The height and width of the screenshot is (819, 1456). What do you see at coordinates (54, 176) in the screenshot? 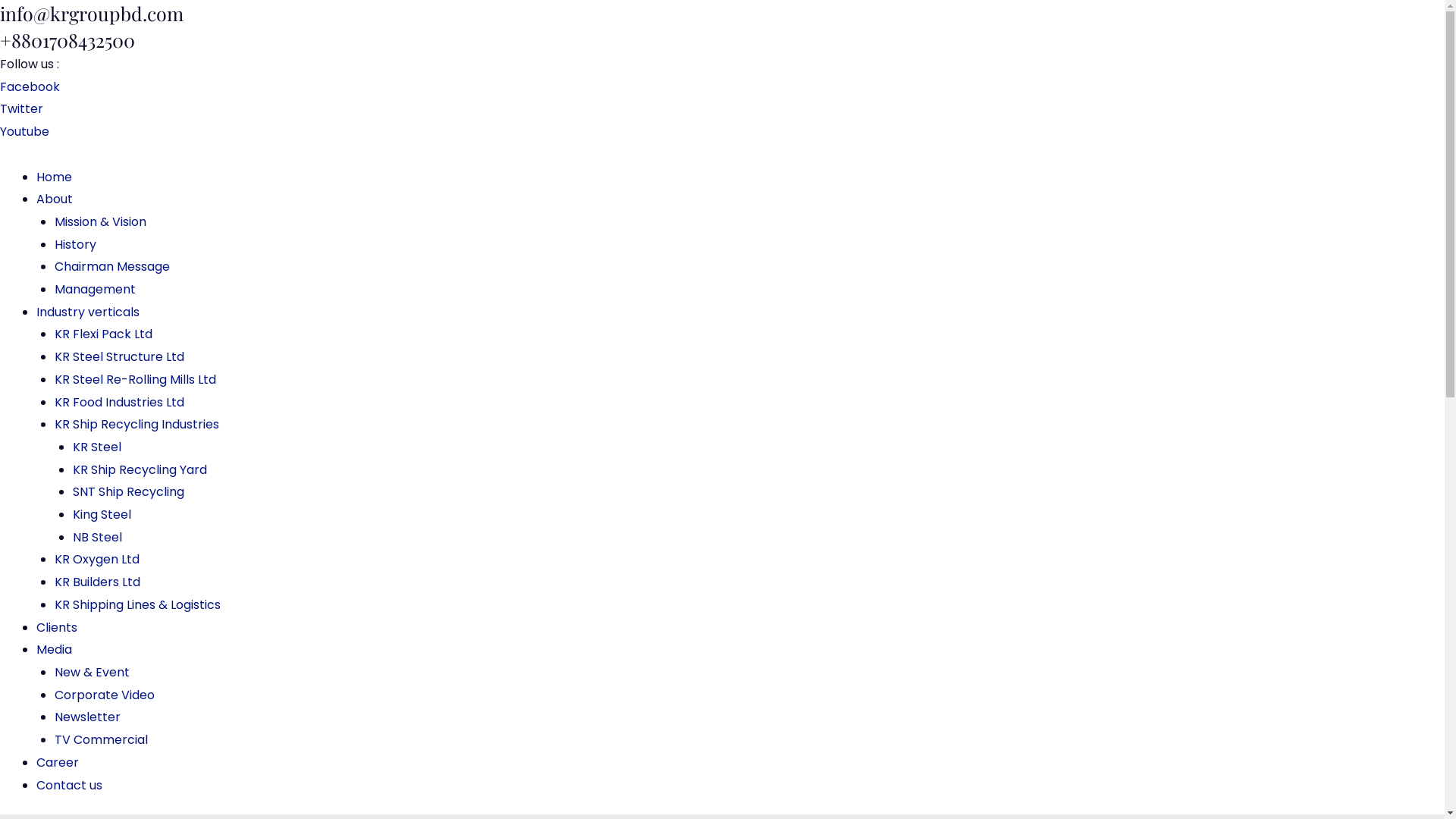
I see `'Home'` at bounding box center [54, 176].